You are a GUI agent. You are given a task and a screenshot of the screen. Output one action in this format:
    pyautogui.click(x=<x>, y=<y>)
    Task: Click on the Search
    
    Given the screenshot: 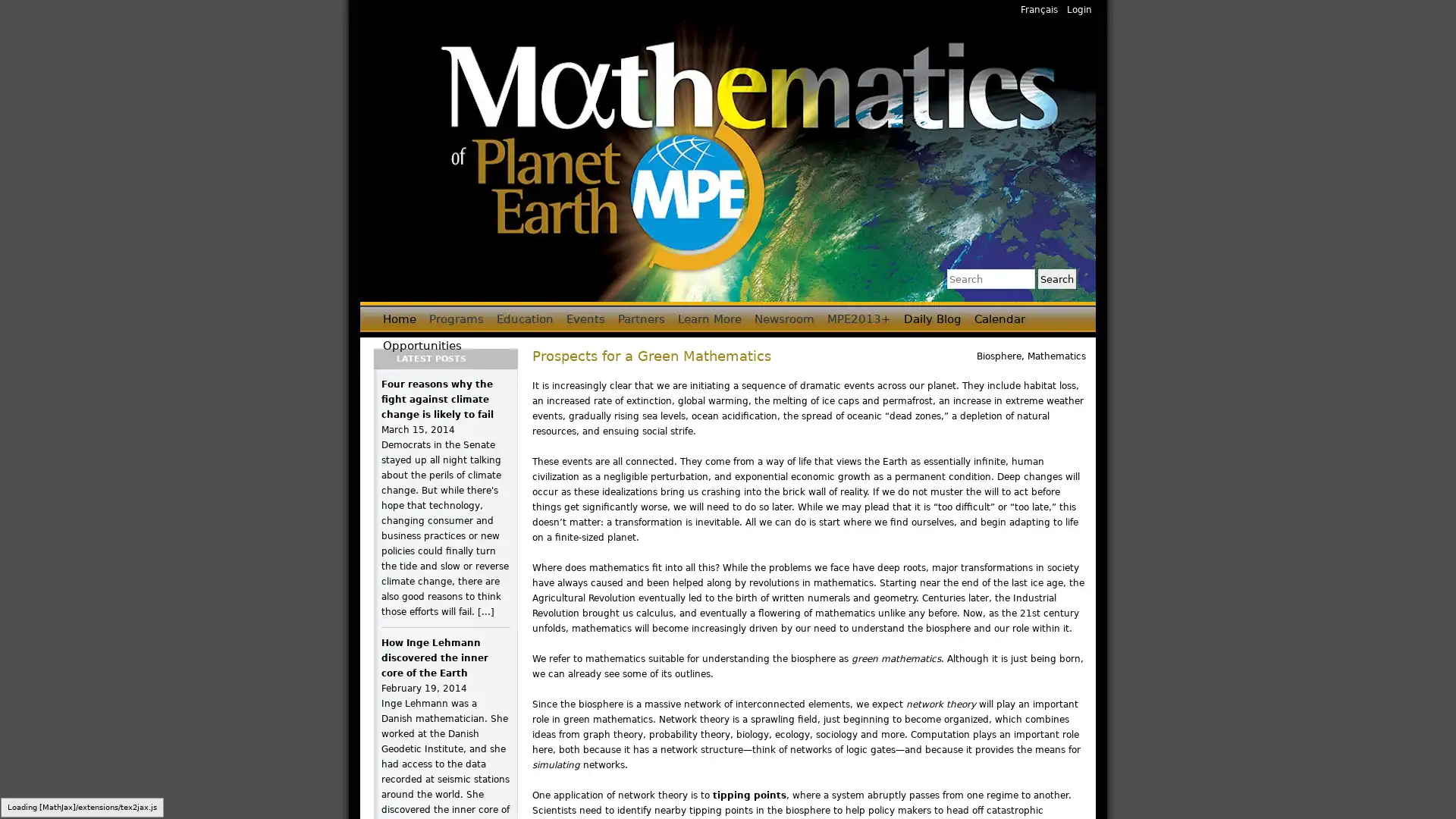 What is the action you would take?
    pyautogui.click(x=1056, y=278)
    